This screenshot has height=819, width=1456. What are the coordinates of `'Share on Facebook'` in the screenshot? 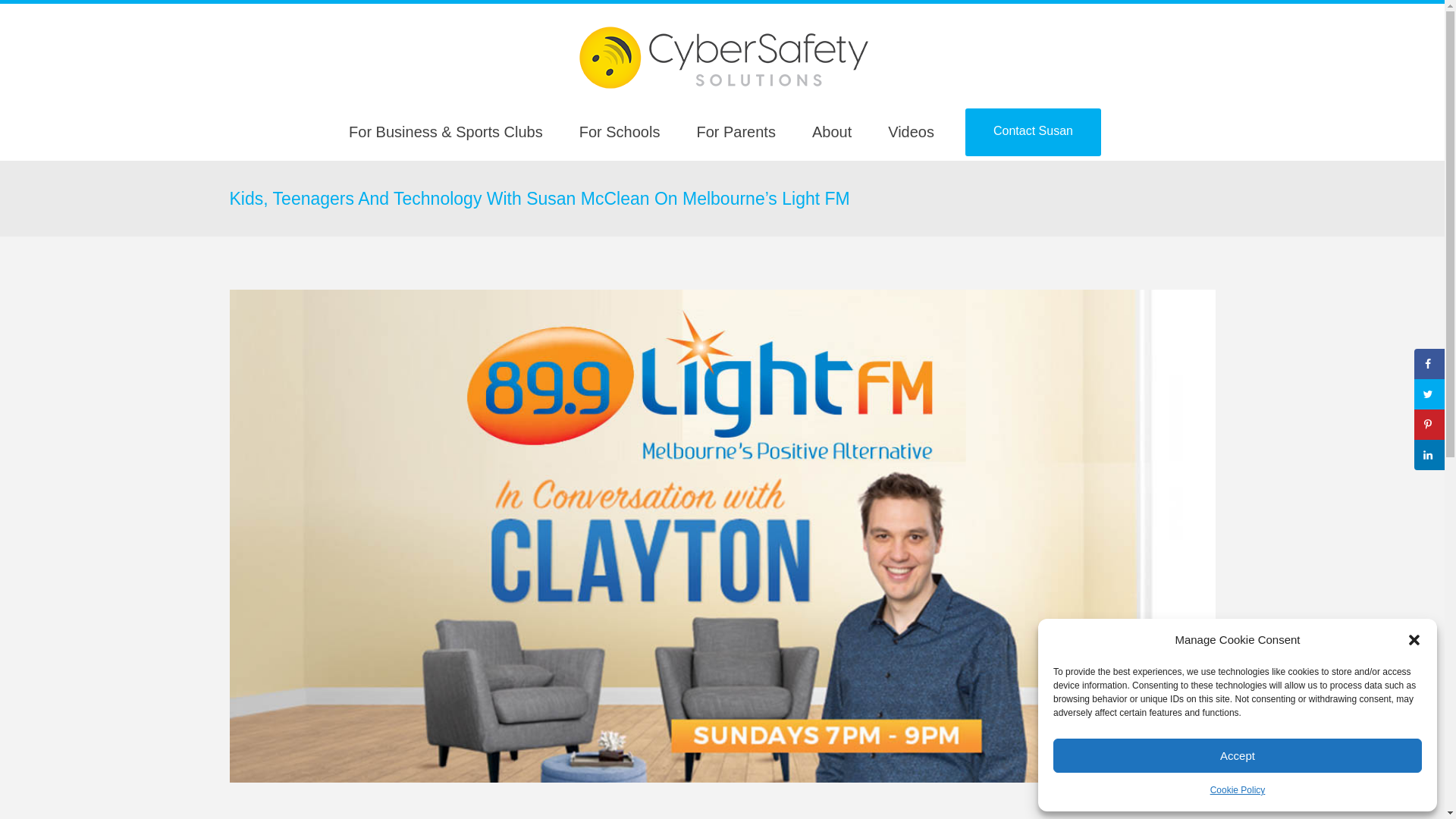 It's located at (1429, 363).